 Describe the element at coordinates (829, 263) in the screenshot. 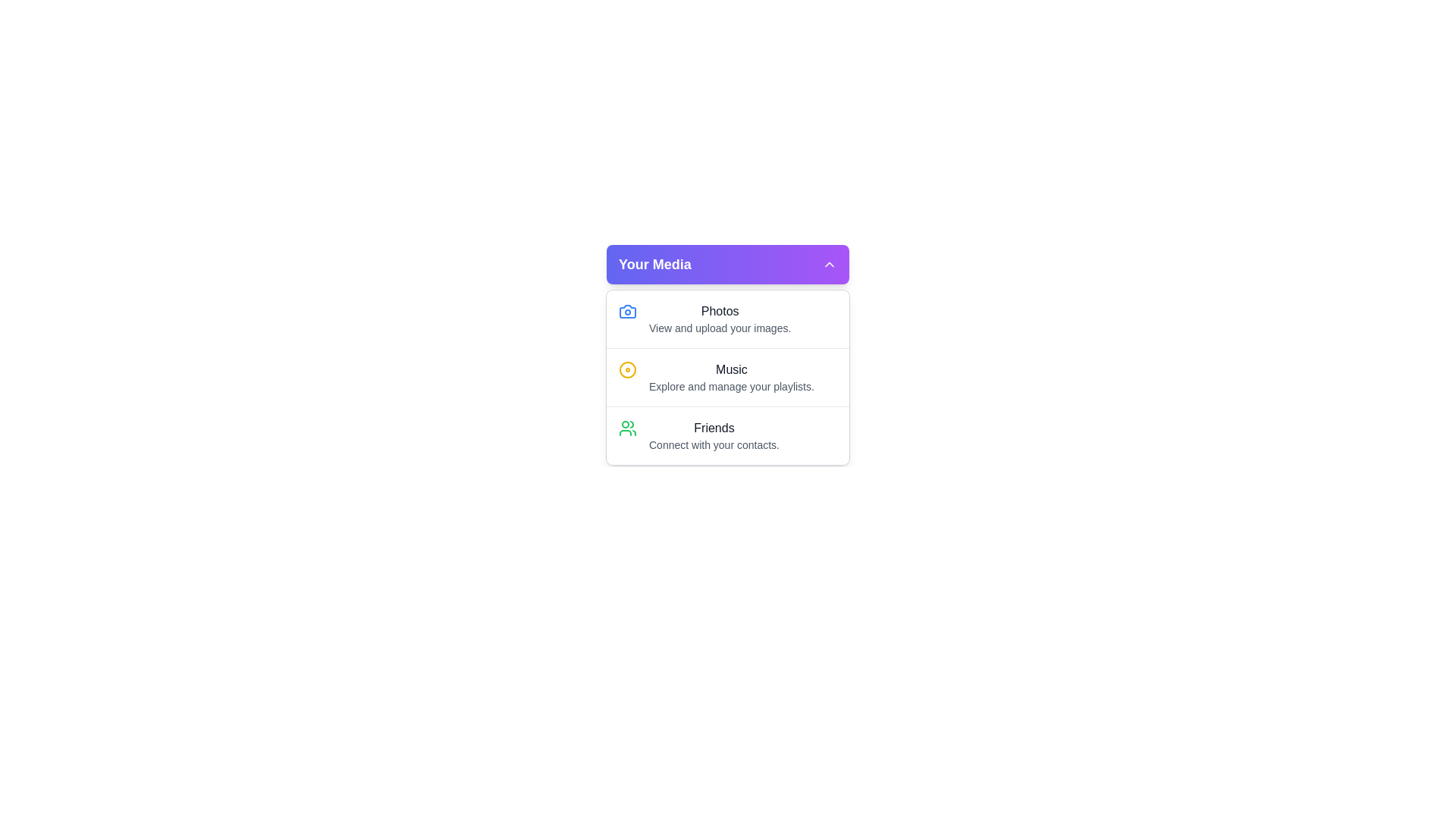

I see `the Chevron Up icon located at the top-right corner of the 'Your Media' section` at that location.